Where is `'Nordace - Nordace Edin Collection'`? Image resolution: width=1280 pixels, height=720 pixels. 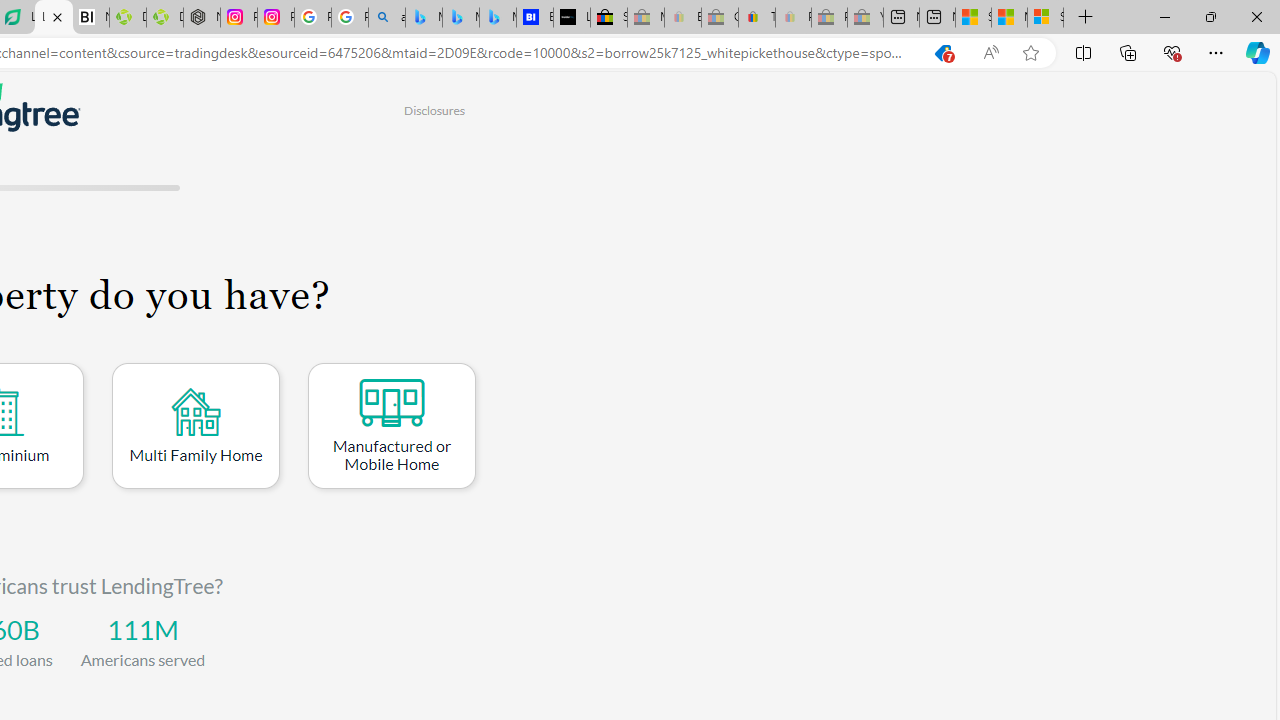
'Nordace - Nordace Edin Collection' is located at coordinates (202, 17).